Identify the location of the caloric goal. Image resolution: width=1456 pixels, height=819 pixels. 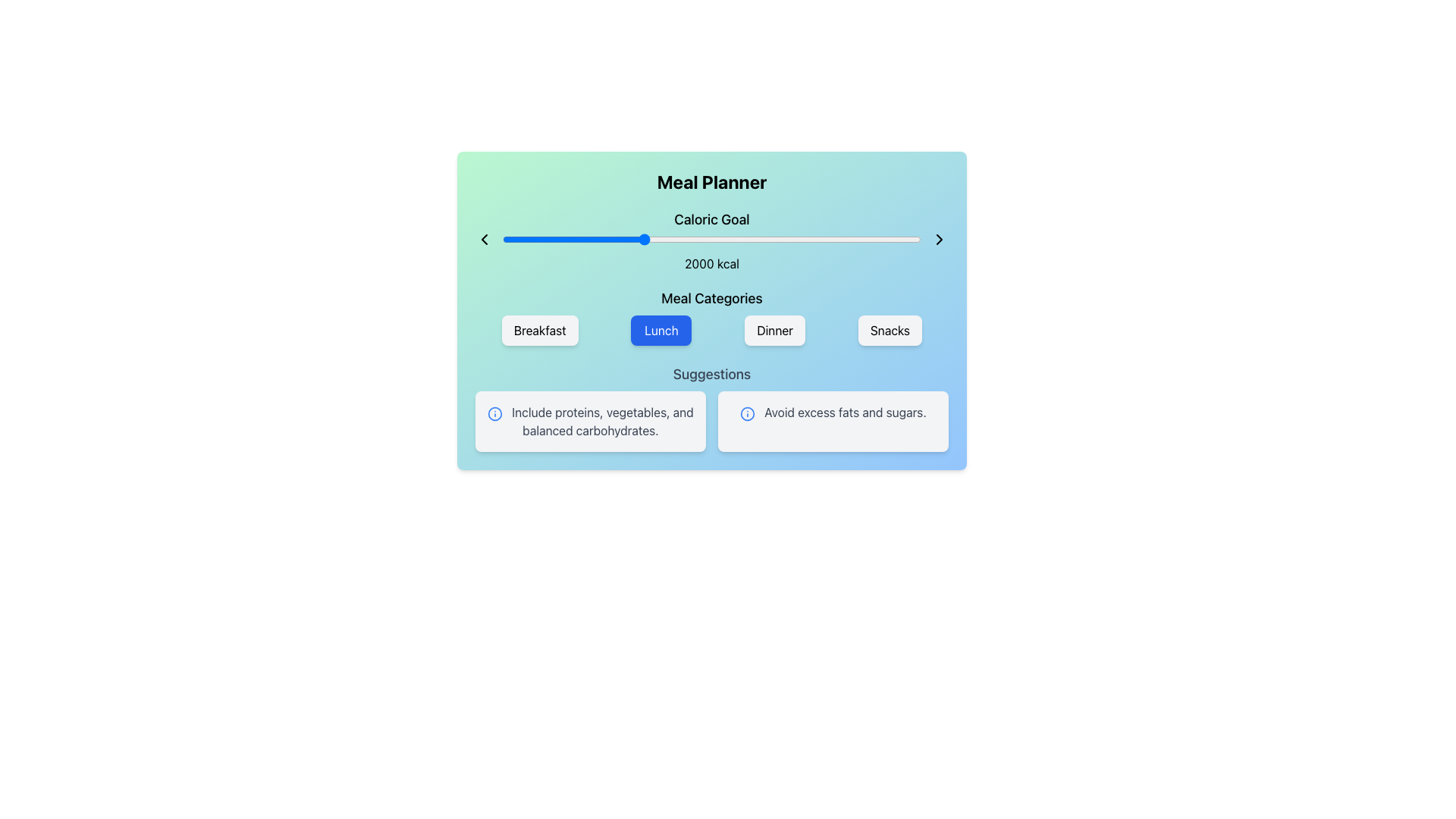
(717, 239).